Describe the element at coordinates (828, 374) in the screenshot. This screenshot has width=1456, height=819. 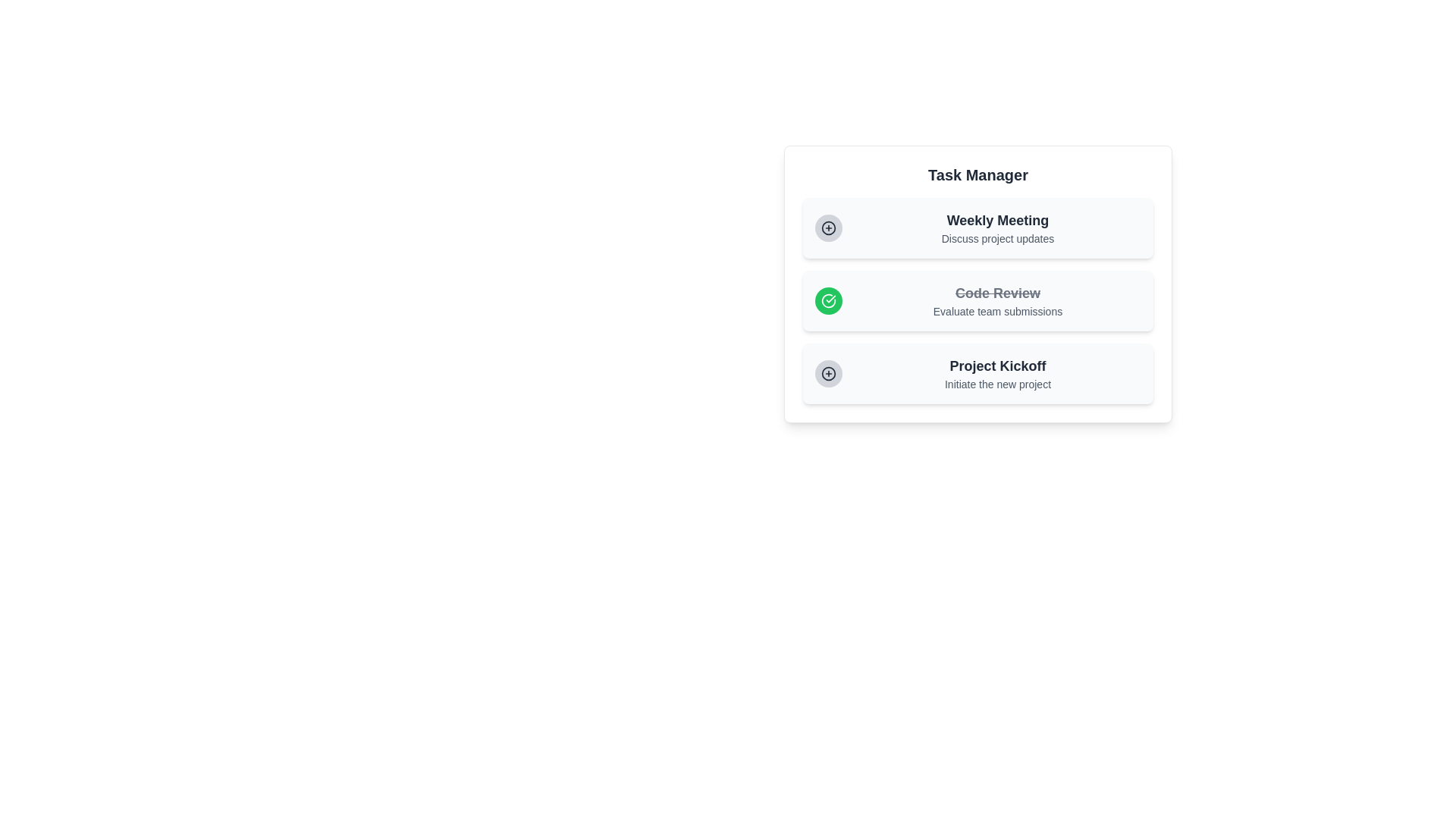
I see `the outermost circular part of the icon located to the left of the 'Weekly Meeting' option in the task list` at that location.